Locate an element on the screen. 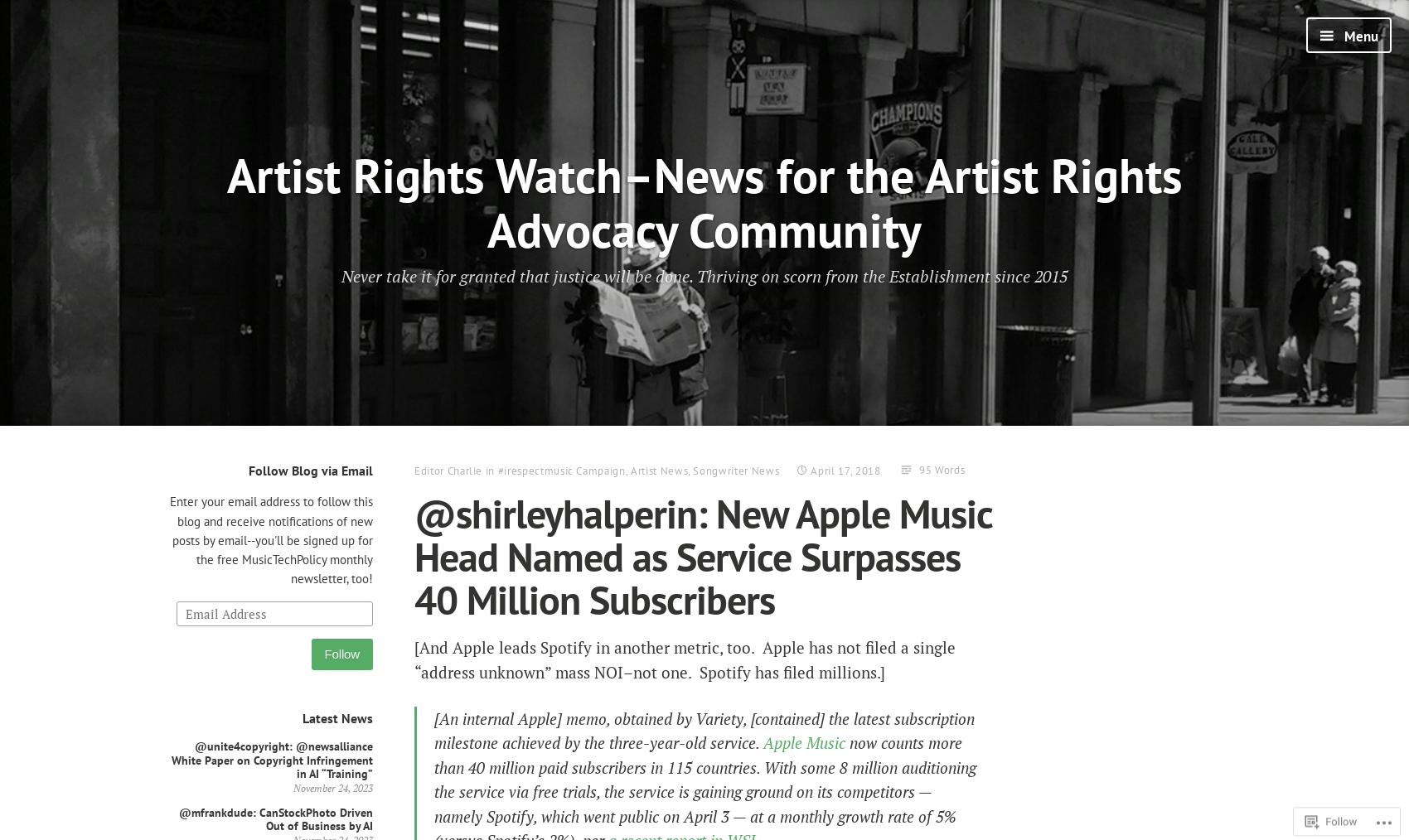 The image size is (1409, 840). 'Songwriter News' is located at coordinates (736, 470).